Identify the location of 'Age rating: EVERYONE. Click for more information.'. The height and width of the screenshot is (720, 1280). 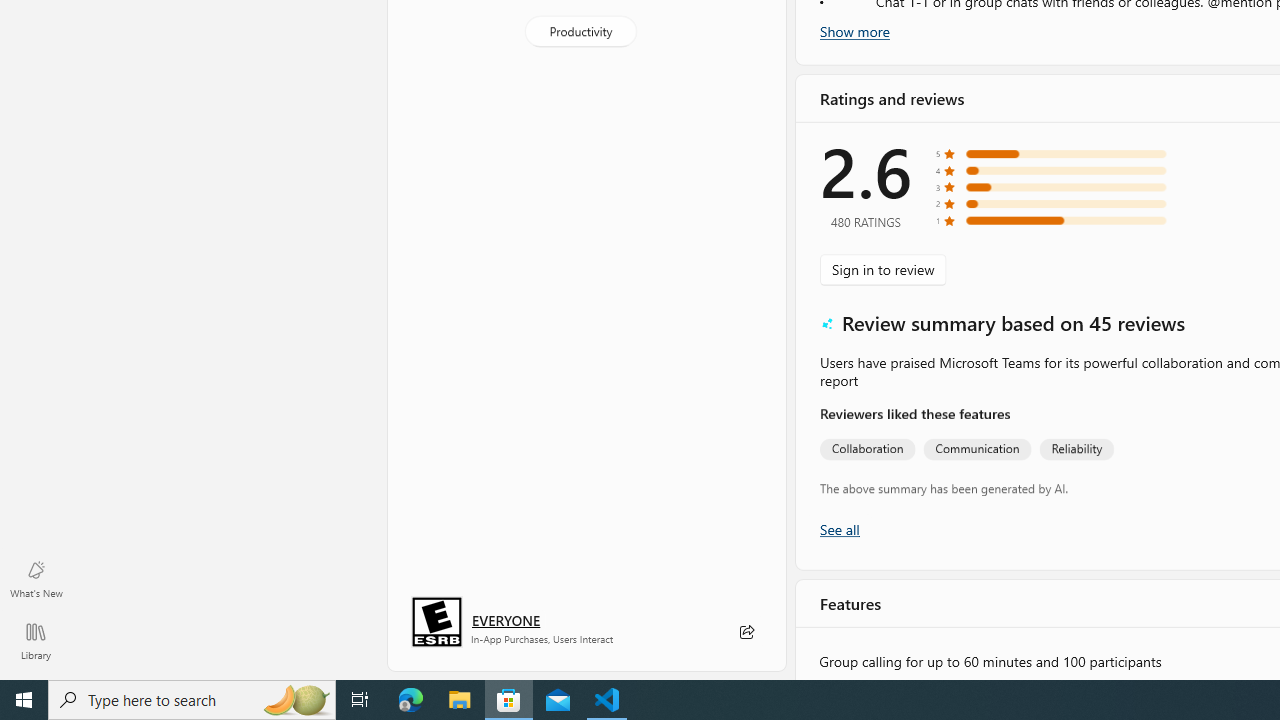
(506, 618).